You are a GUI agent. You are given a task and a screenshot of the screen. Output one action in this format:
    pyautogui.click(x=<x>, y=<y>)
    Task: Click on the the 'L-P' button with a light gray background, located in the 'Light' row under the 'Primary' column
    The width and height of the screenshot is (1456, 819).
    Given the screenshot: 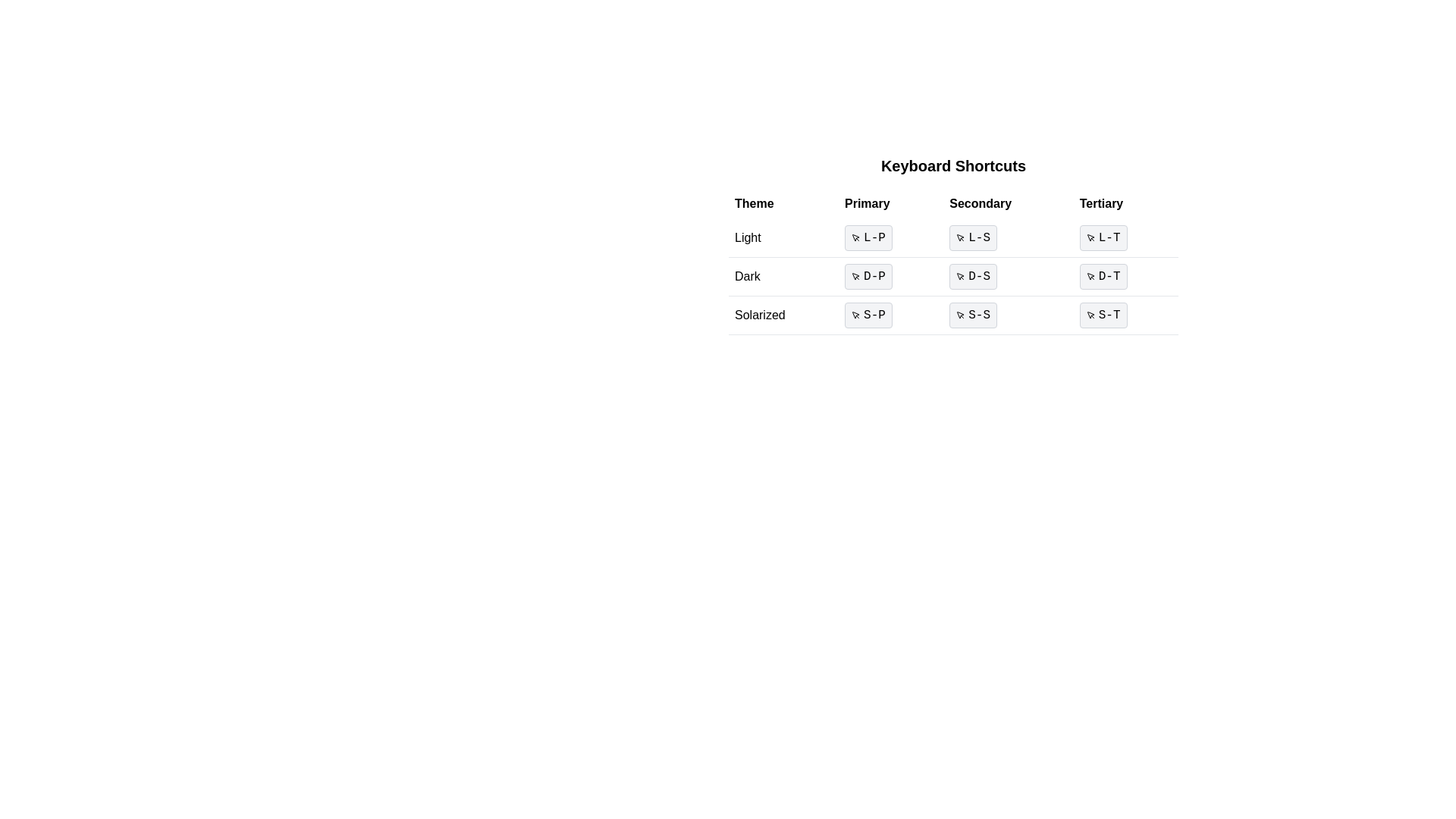 What is the action you would take?
    pyautogui.click(x=891, y=237)
    